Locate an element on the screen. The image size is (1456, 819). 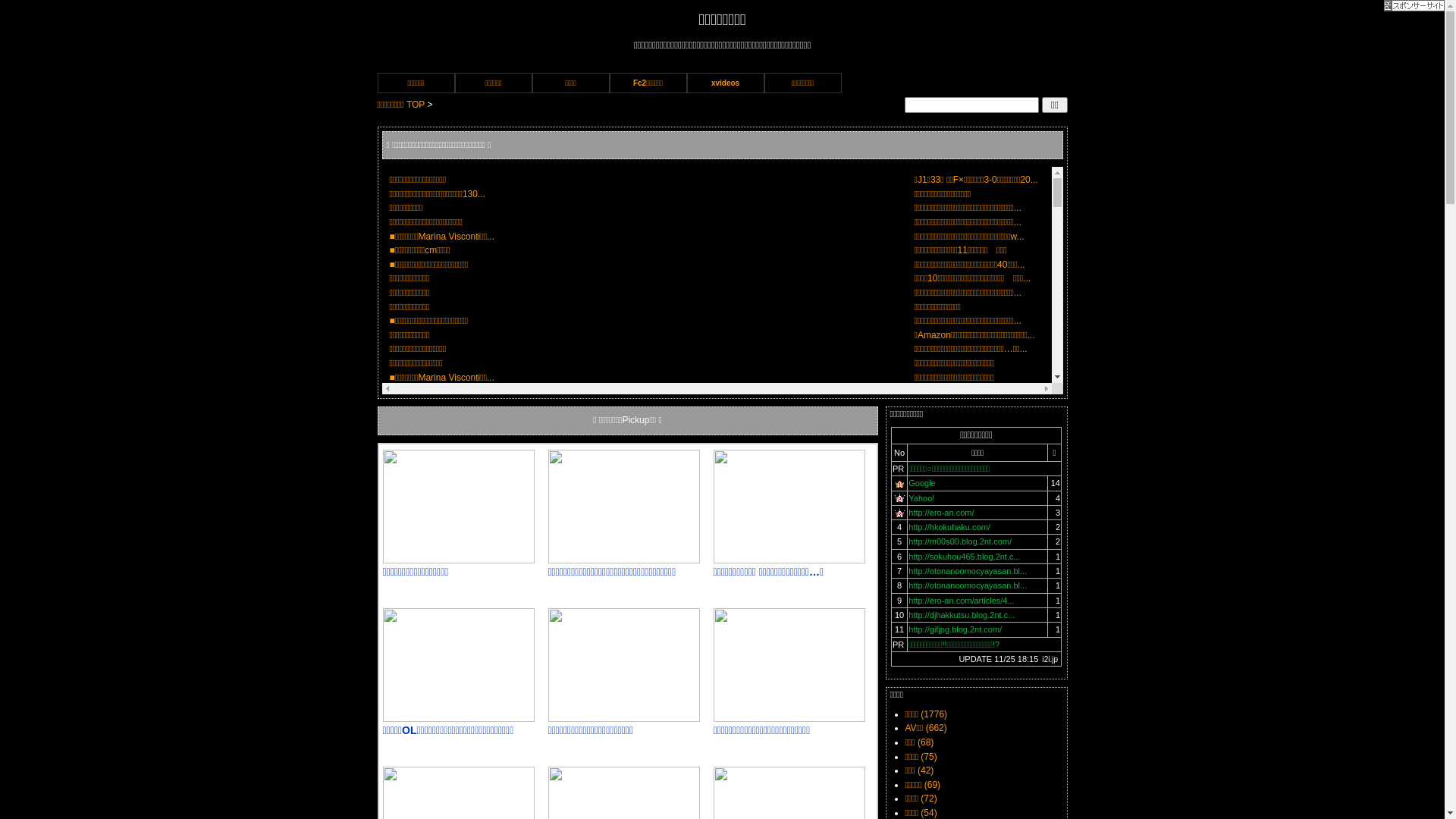
'http://djhakkutsu.blog.2nt.c...' is located at coordinates (908, 614).